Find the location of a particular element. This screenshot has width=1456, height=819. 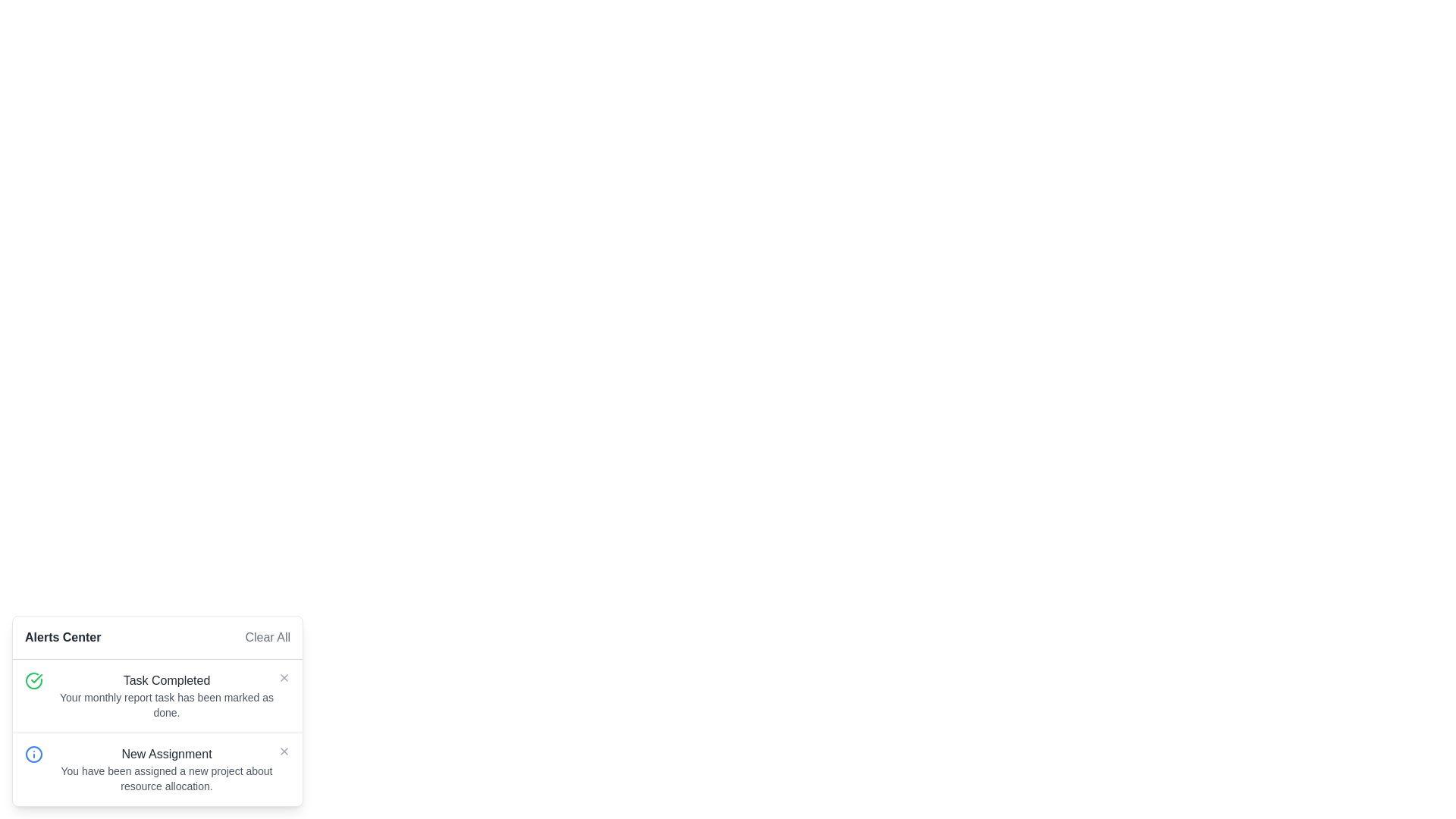

the text label that reads 'Task Completed', which is styled in a medium font weight and dark gray color, located at the top of the notification card in the 'Alerts Center' panel is located at coordinates (167, 680).